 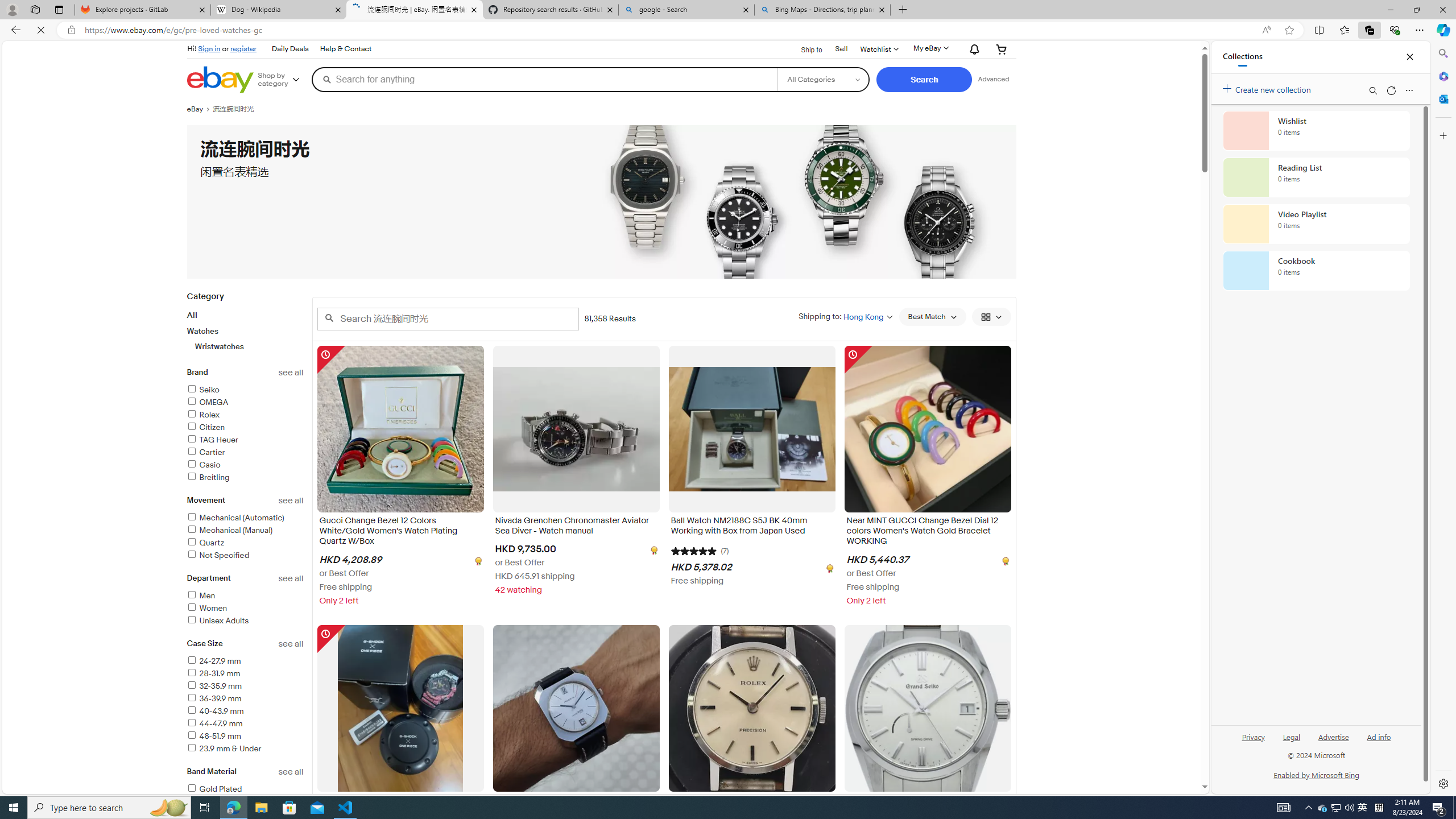 What do you see at coordinates (929, 48) in the screenshot?
I see `'My eBayExpand My eBay'` at bounding box center [929, 48].